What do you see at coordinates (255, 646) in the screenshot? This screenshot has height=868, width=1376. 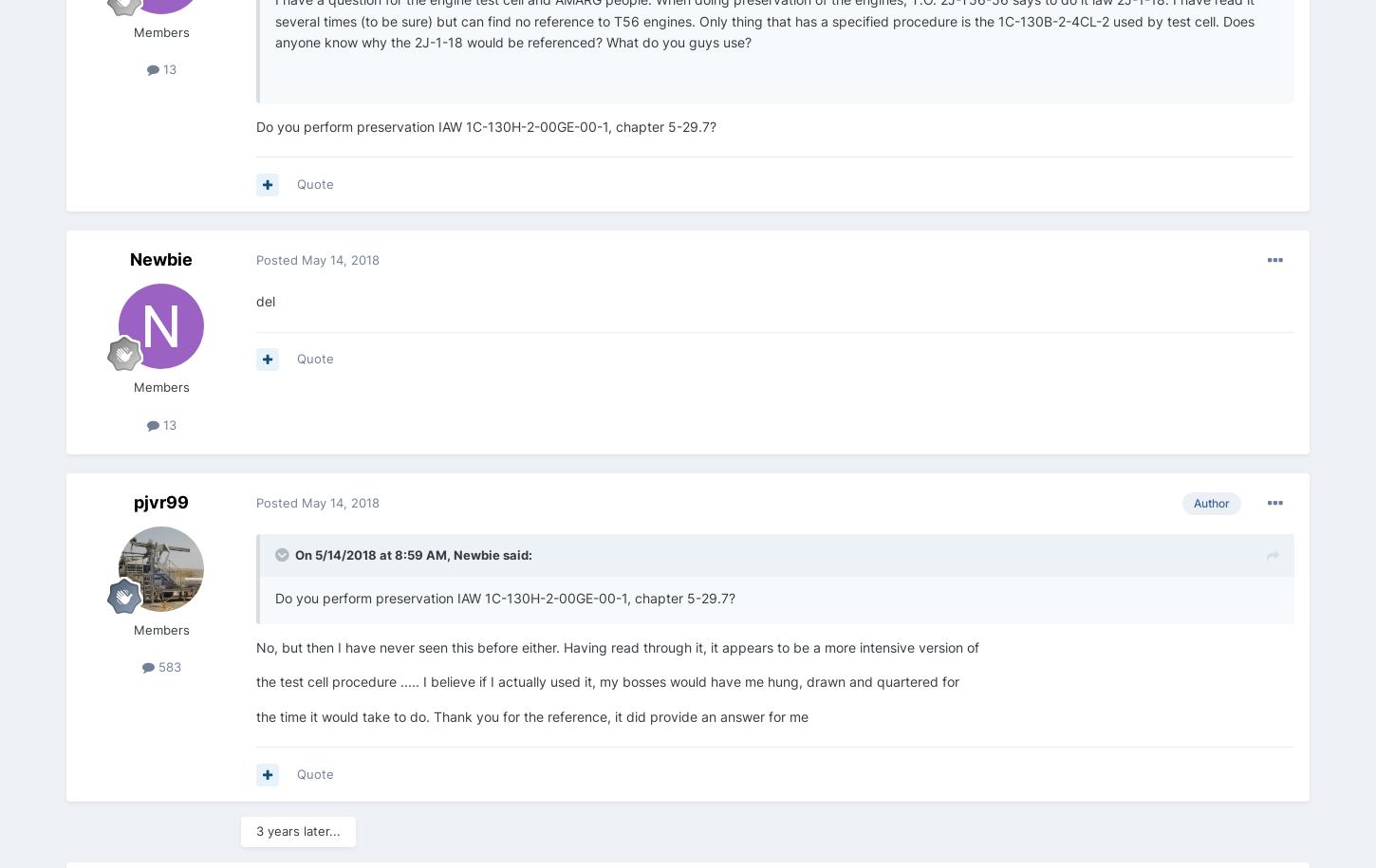 I see `'No, but then I have never seen this before either. Having read through it, it appears to be a more intensive version of'` at bounding box center [255, 646].